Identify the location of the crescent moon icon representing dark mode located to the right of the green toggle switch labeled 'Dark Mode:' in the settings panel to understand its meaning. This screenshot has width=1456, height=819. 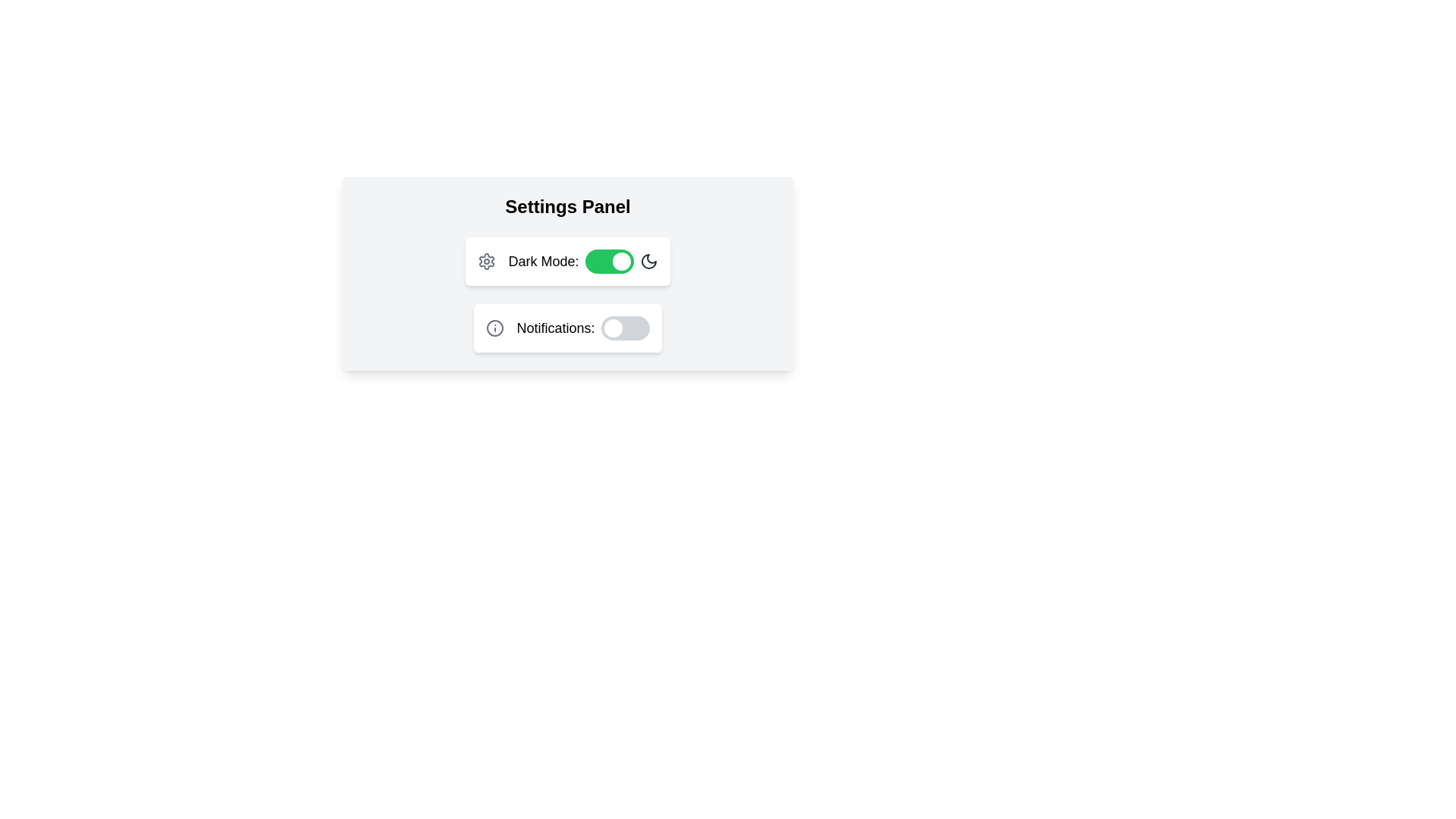
(648, 260).